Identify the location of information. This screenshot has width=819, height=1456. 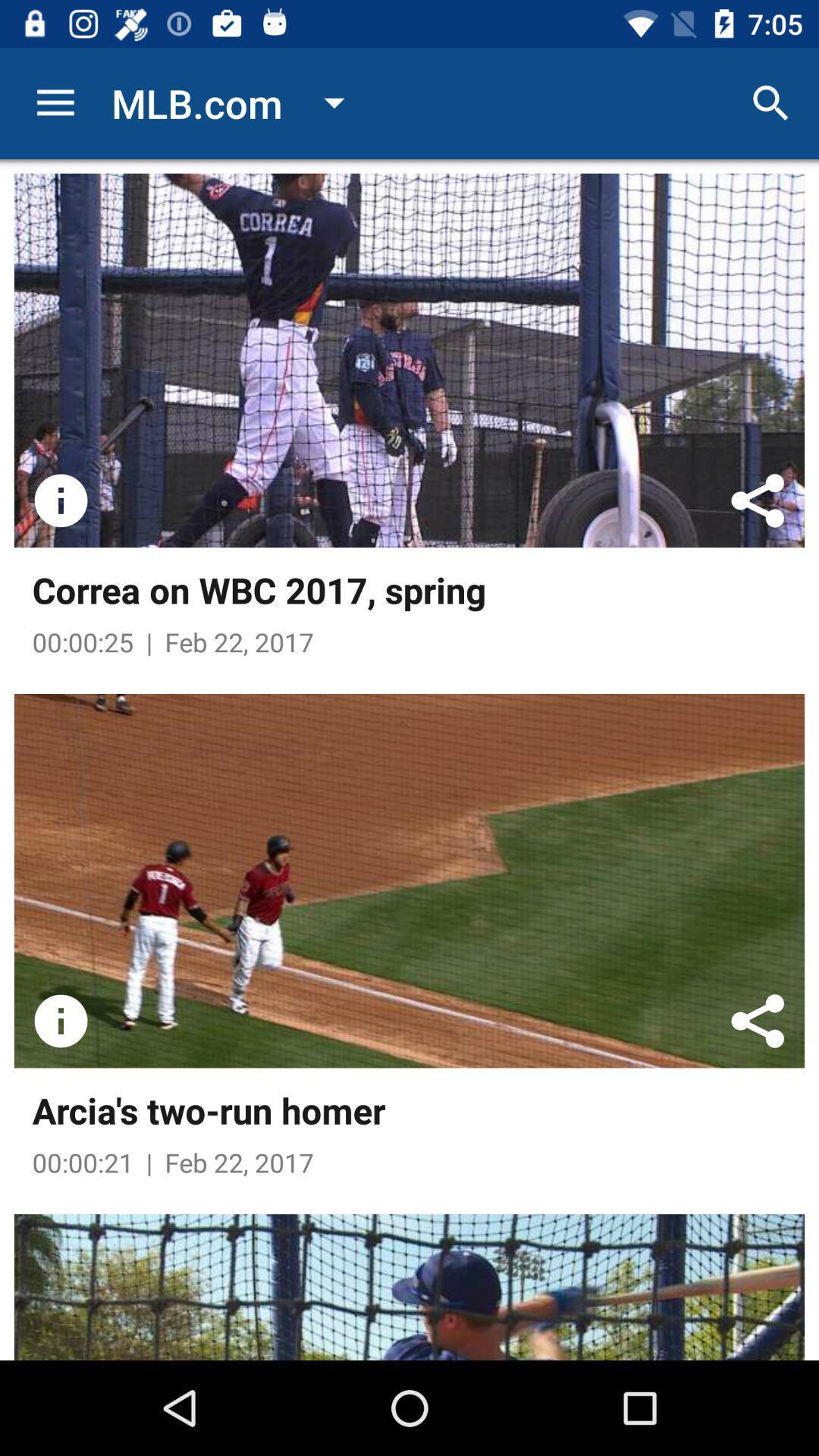
(60, 1021).